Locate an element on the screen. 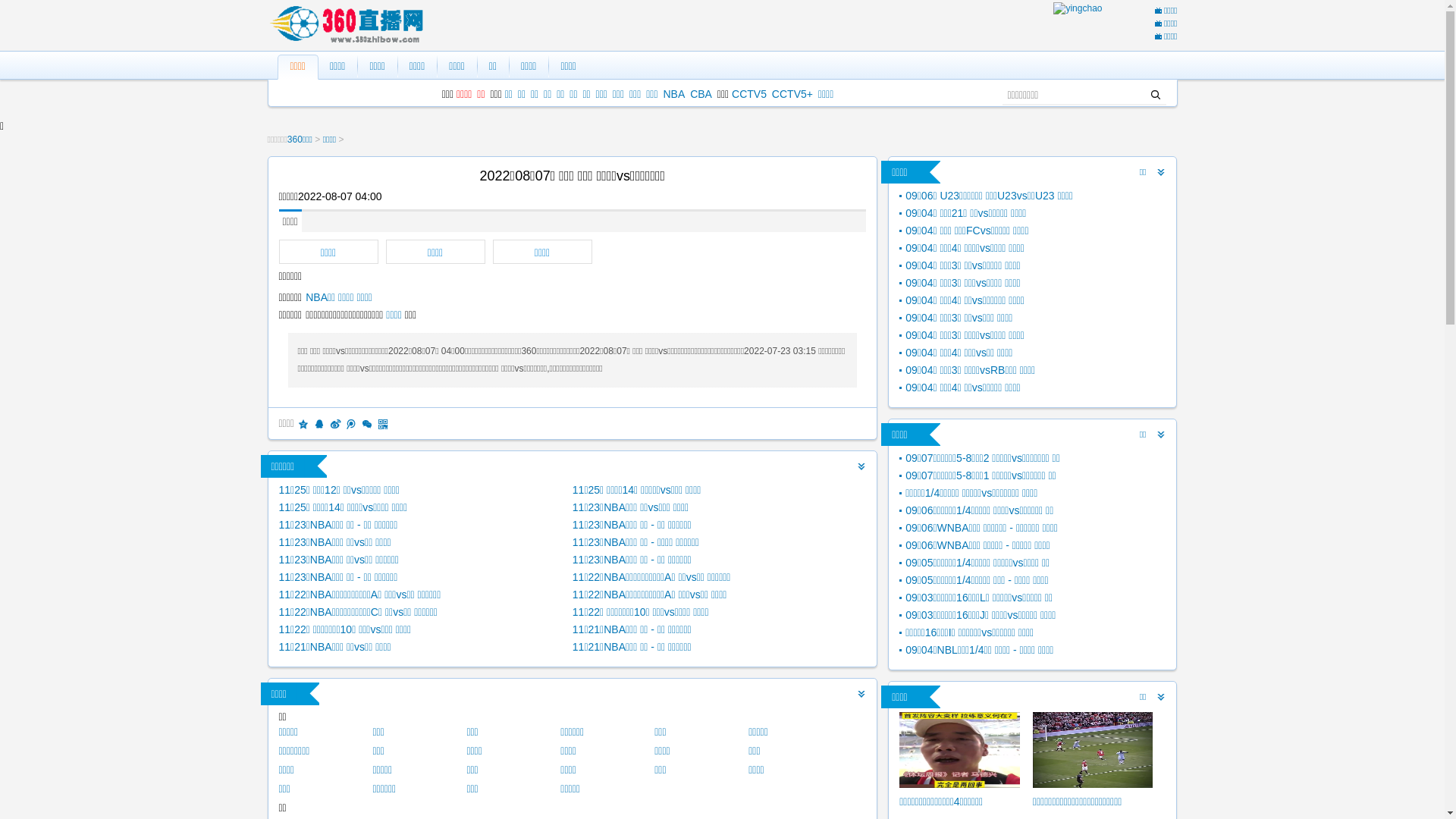  'CBA' is located at coordinates (689, 93).